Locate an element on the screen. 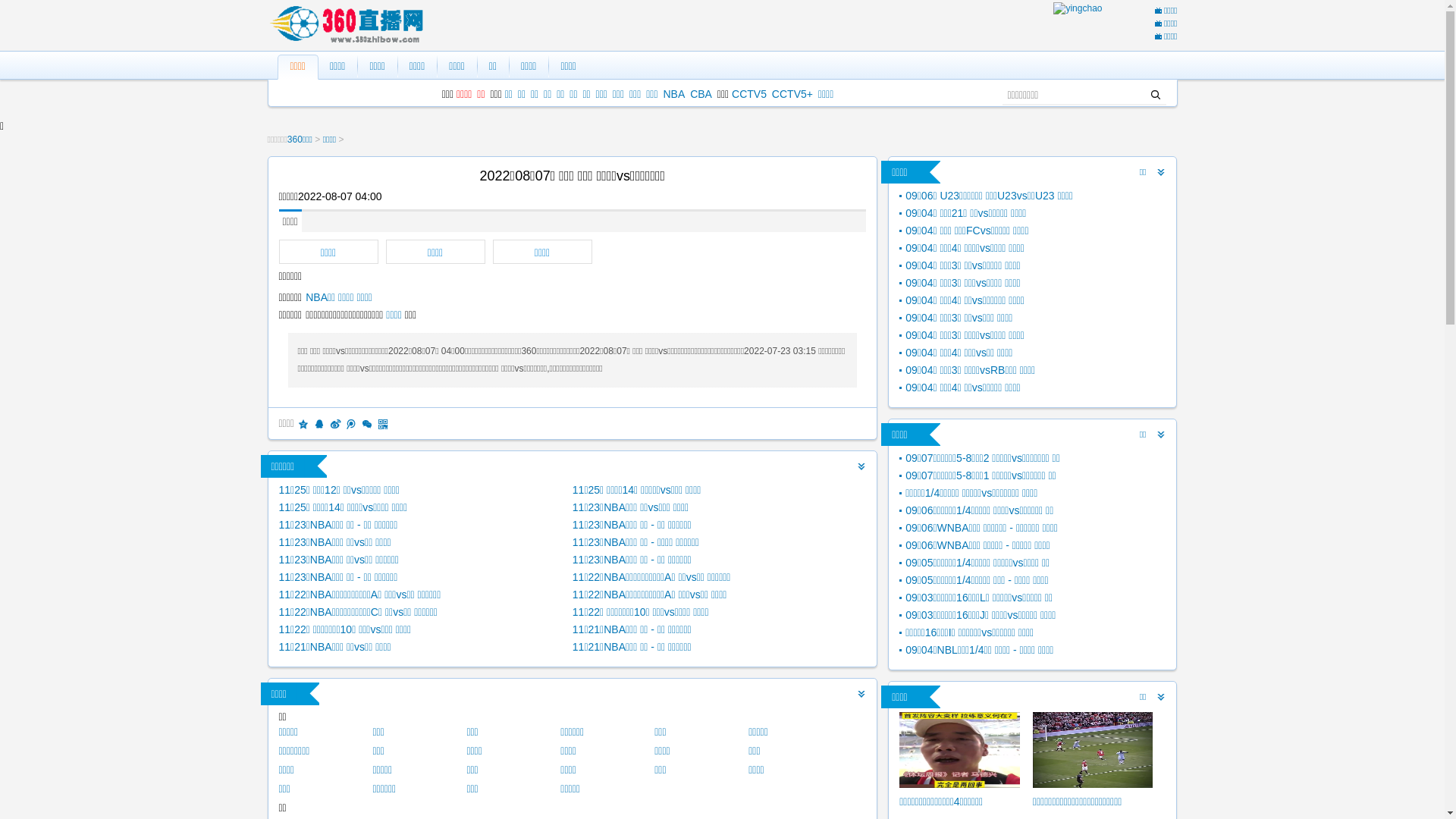  'CBA' is located at coordinates (689, 93).